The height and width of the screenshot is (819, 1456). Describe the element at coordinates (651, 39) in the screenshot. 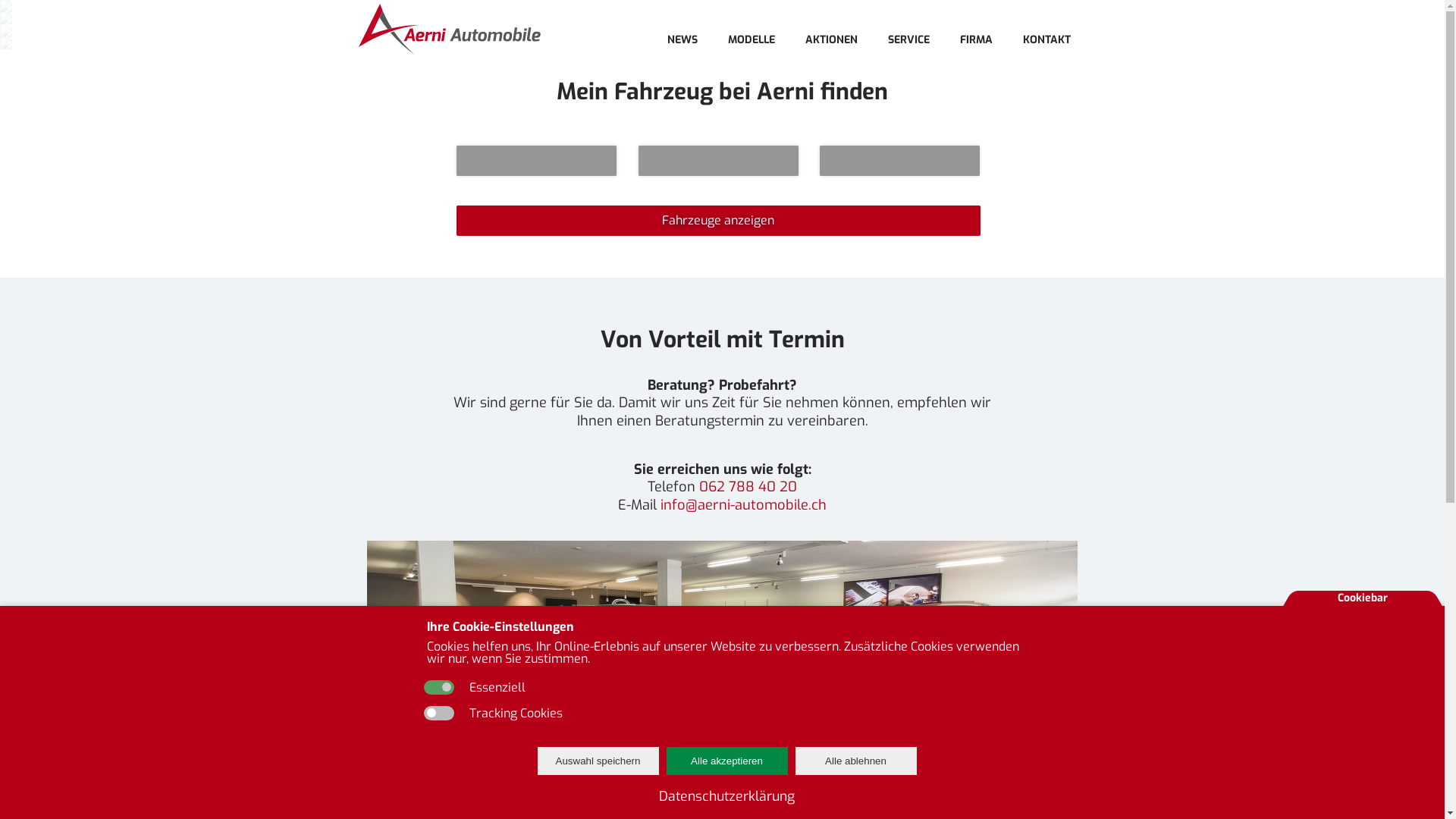

I see `'NEWS'` at that location.